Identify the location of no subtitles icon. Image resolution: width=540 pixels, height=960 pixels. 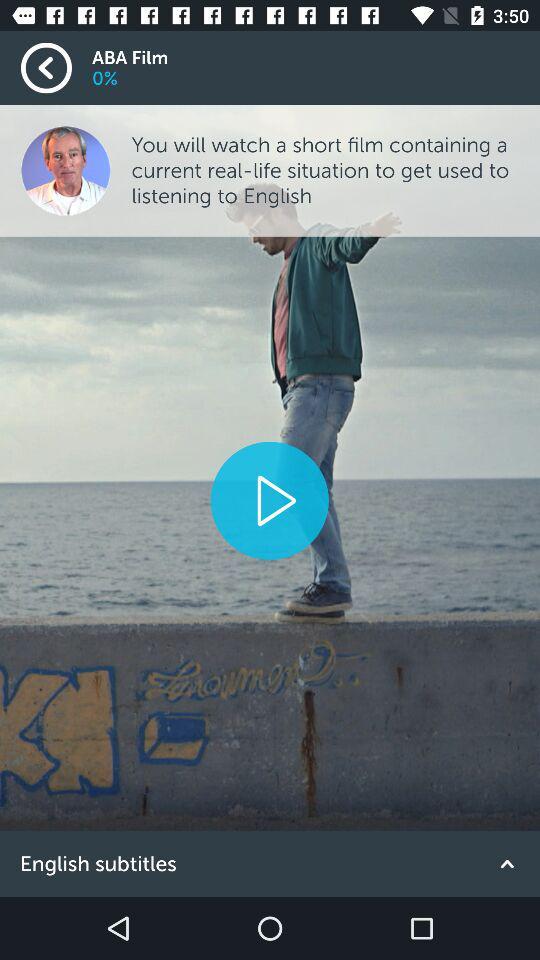
(270, 863).